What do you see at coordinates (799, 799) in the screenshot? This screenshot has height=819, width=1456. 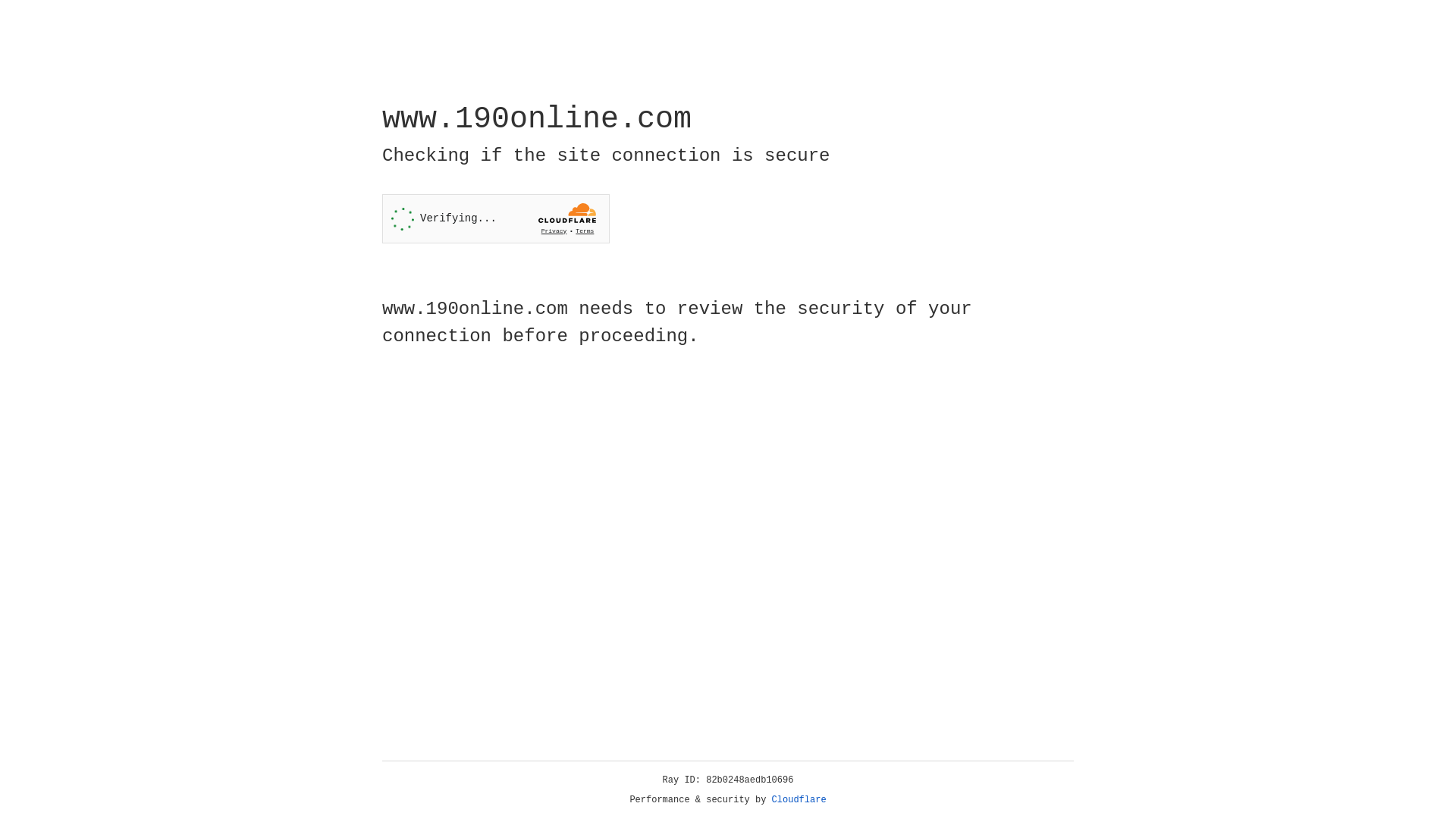 I see `'Cloudflare'` at bounding box center [799, 799].